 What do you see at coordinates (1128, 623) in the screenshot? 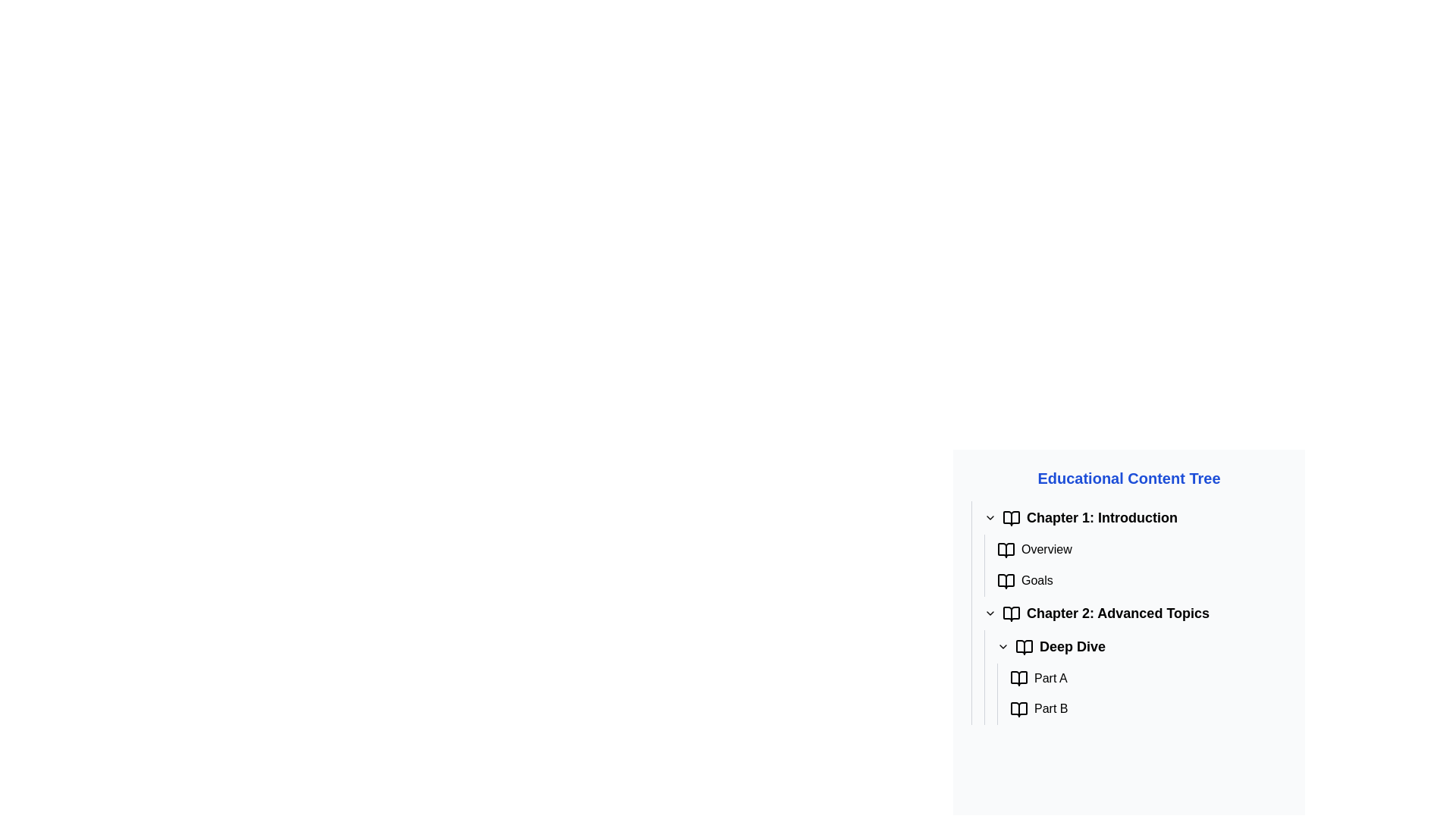
I see `individual topics within the content panel that has a white background and organized text items, including 'Educational Content Tree' and 'Chapter 1: Introduction'` at bounding box center [1128, 623].